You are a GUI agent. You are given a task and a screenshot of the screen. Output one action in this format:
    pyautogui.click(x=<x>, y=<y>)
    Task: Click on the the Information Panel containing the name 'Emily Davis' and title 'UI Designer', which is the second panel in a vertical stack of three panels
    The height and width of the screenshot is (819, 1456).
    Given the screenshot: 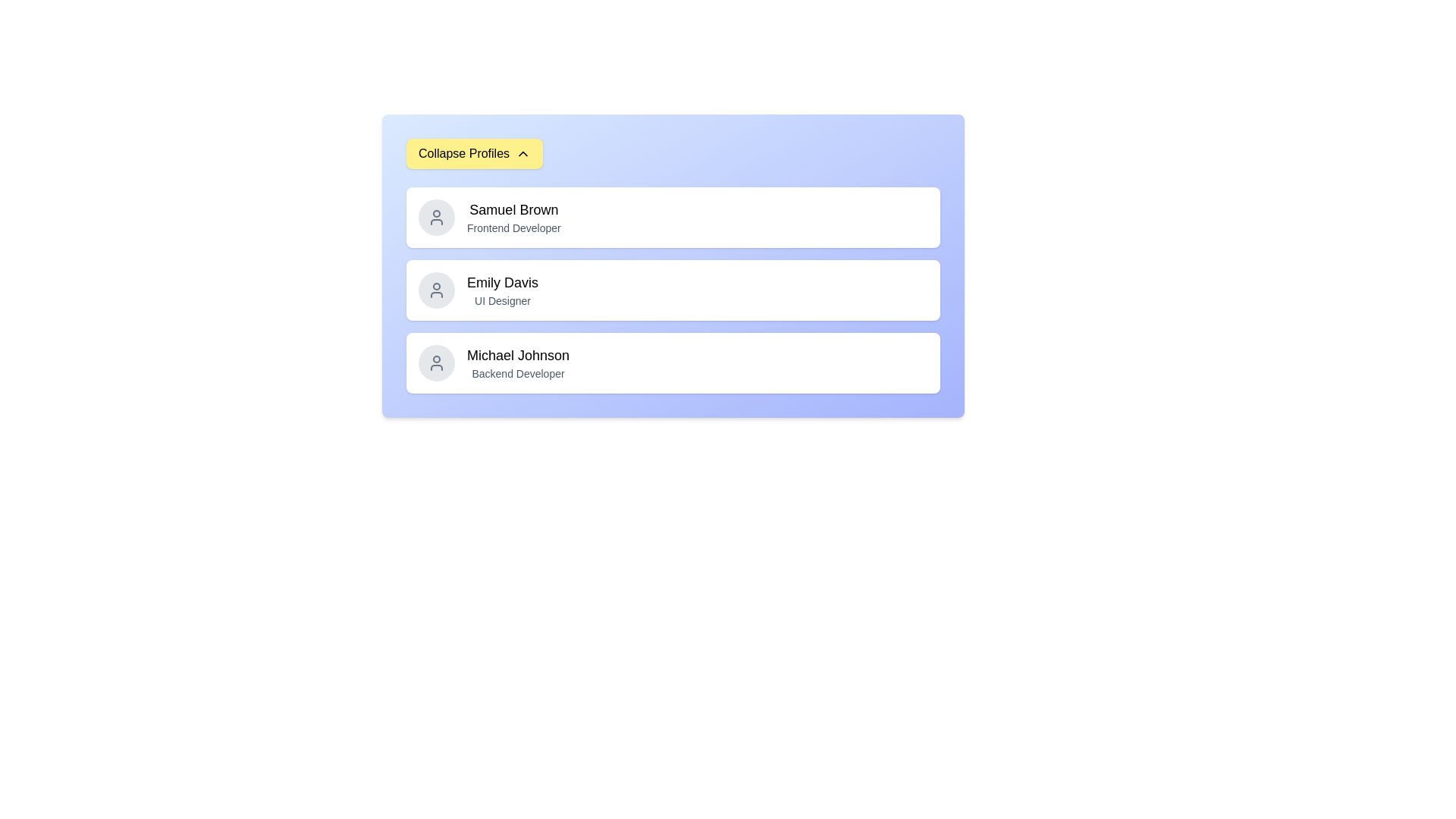 What is the action you would take?
    pyautogui.click(x=673, y=265)
    